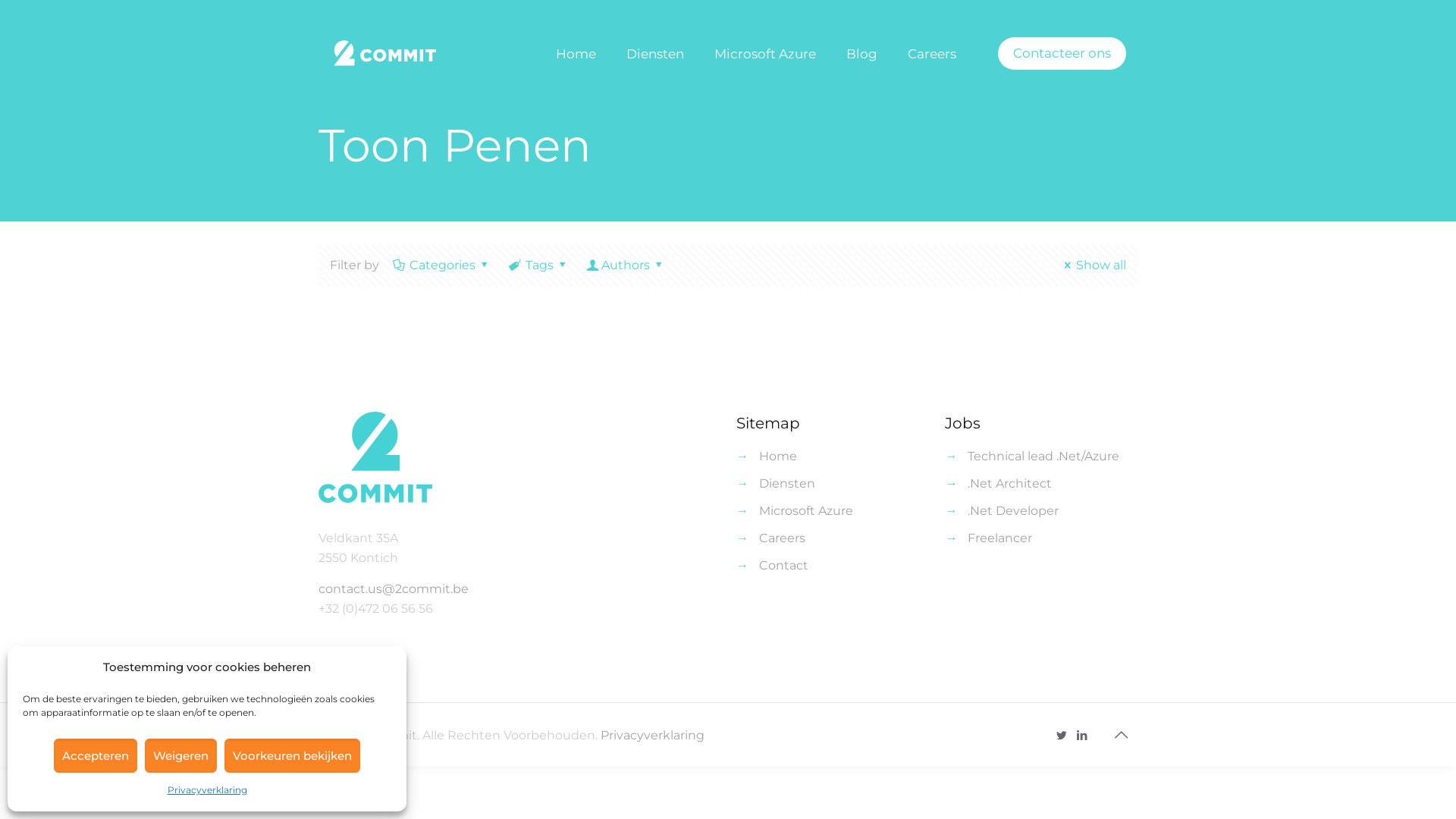 This screenshot has width=1456, height=819. What do you see at coordinates (292, 755) in the screenshot?
I see `'Voorkeuren bekijken'` at bounding box center [292, 755].